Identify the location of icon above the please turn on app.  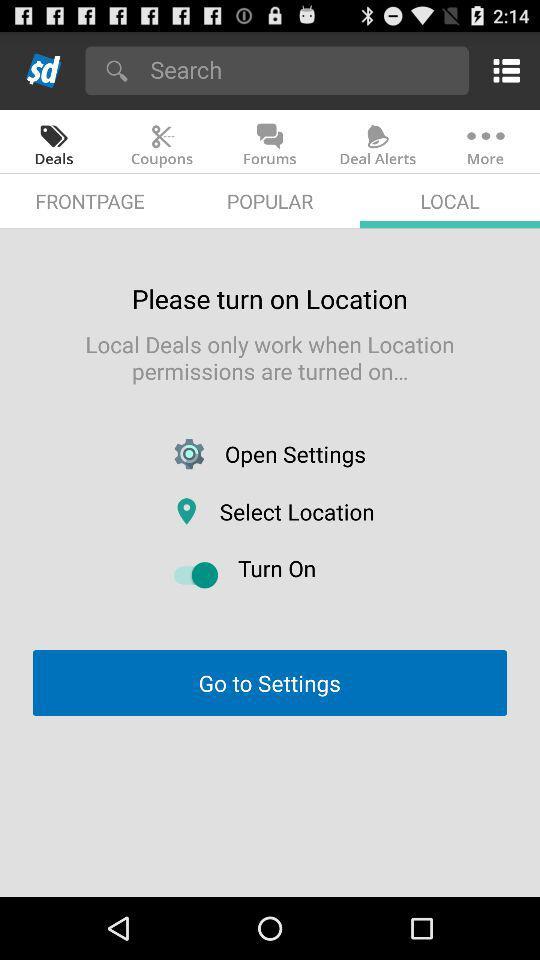
(270, 201).